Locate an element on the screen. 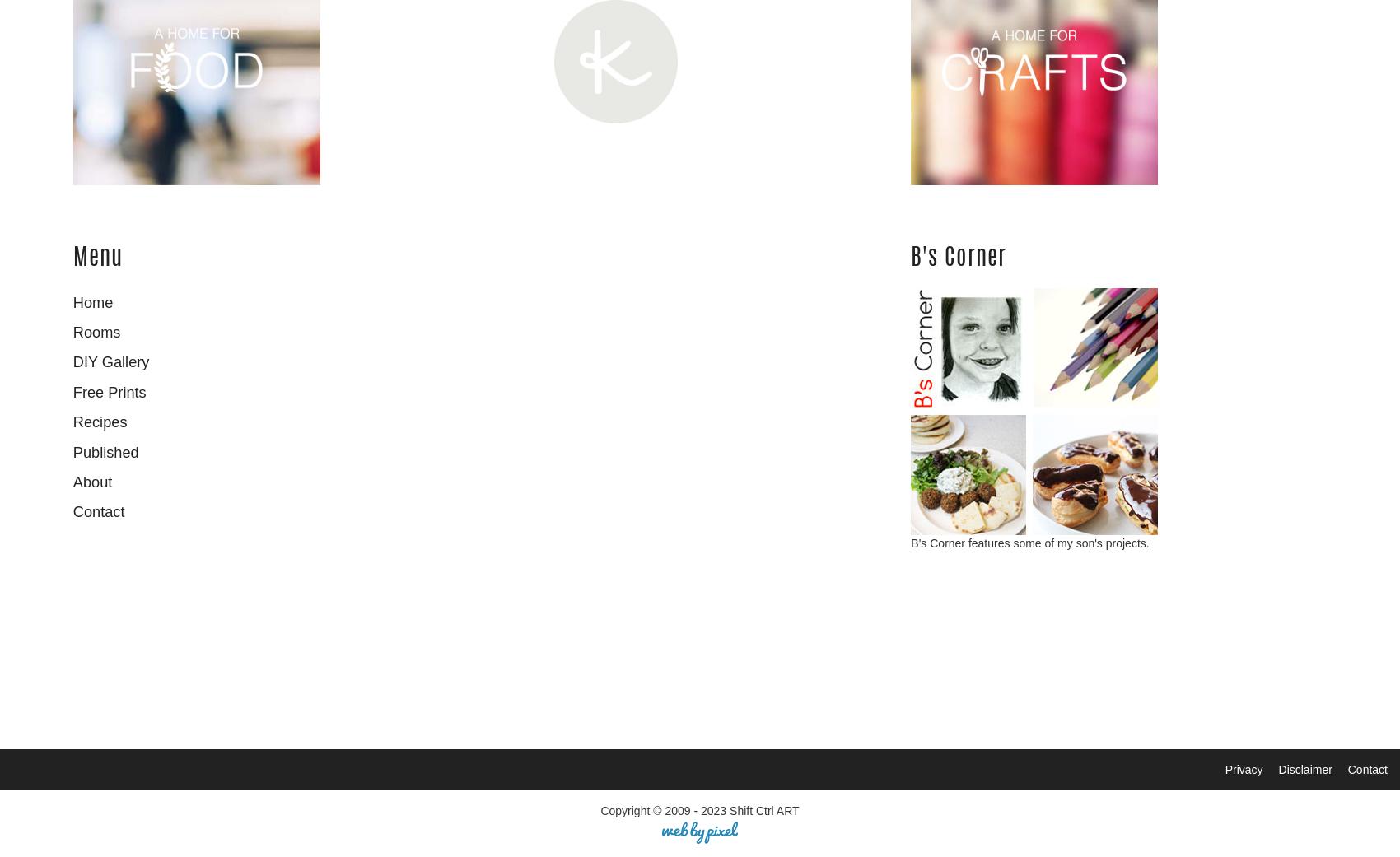  'B's Corner' is located at coordinates (911, 258).